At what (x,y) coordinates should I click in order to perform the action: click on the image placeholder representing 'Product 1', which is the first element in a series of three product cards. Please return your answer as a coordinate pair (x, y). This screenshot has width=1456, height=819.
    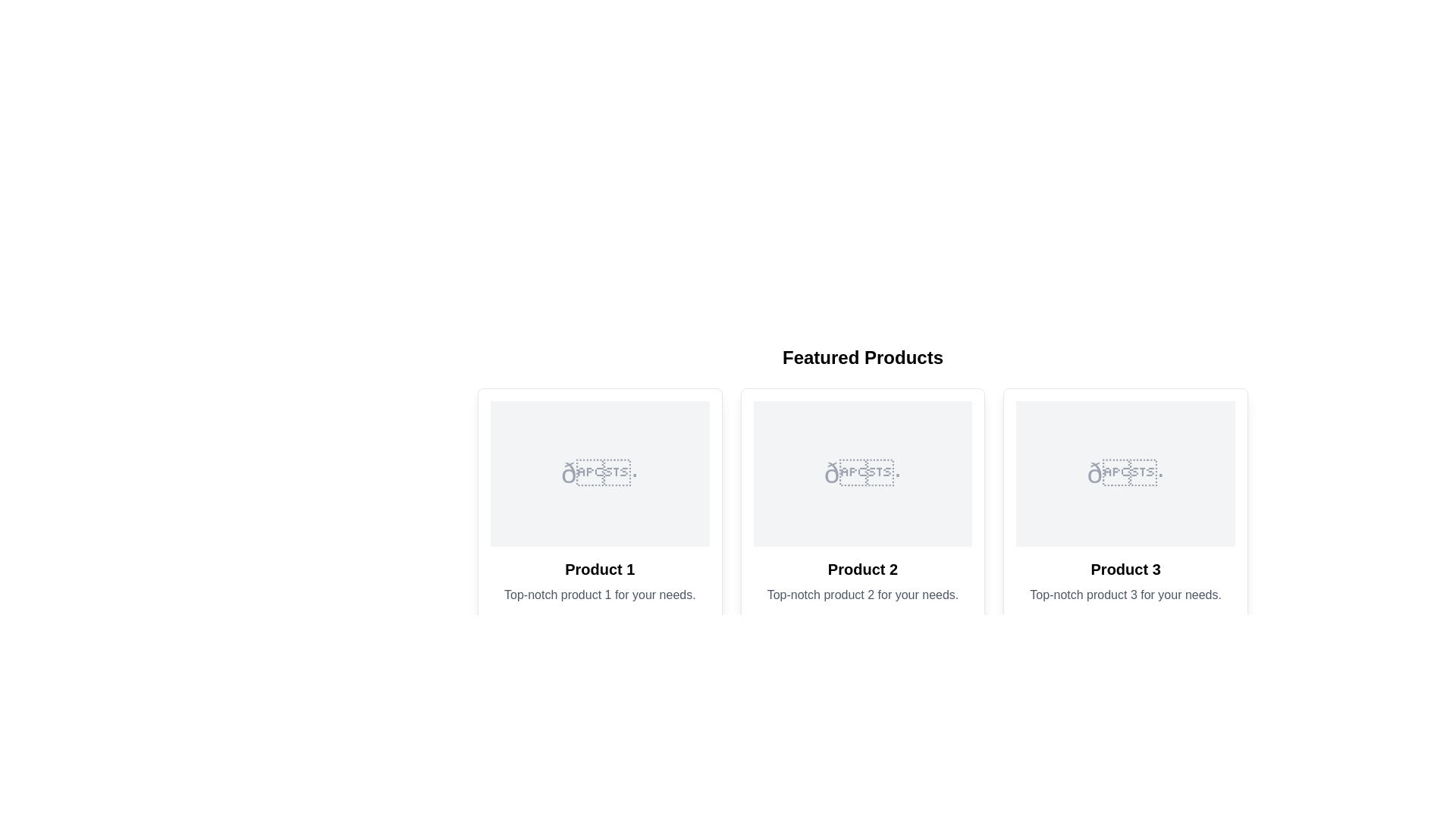
    Looking at the image, I should click on (599, 472).